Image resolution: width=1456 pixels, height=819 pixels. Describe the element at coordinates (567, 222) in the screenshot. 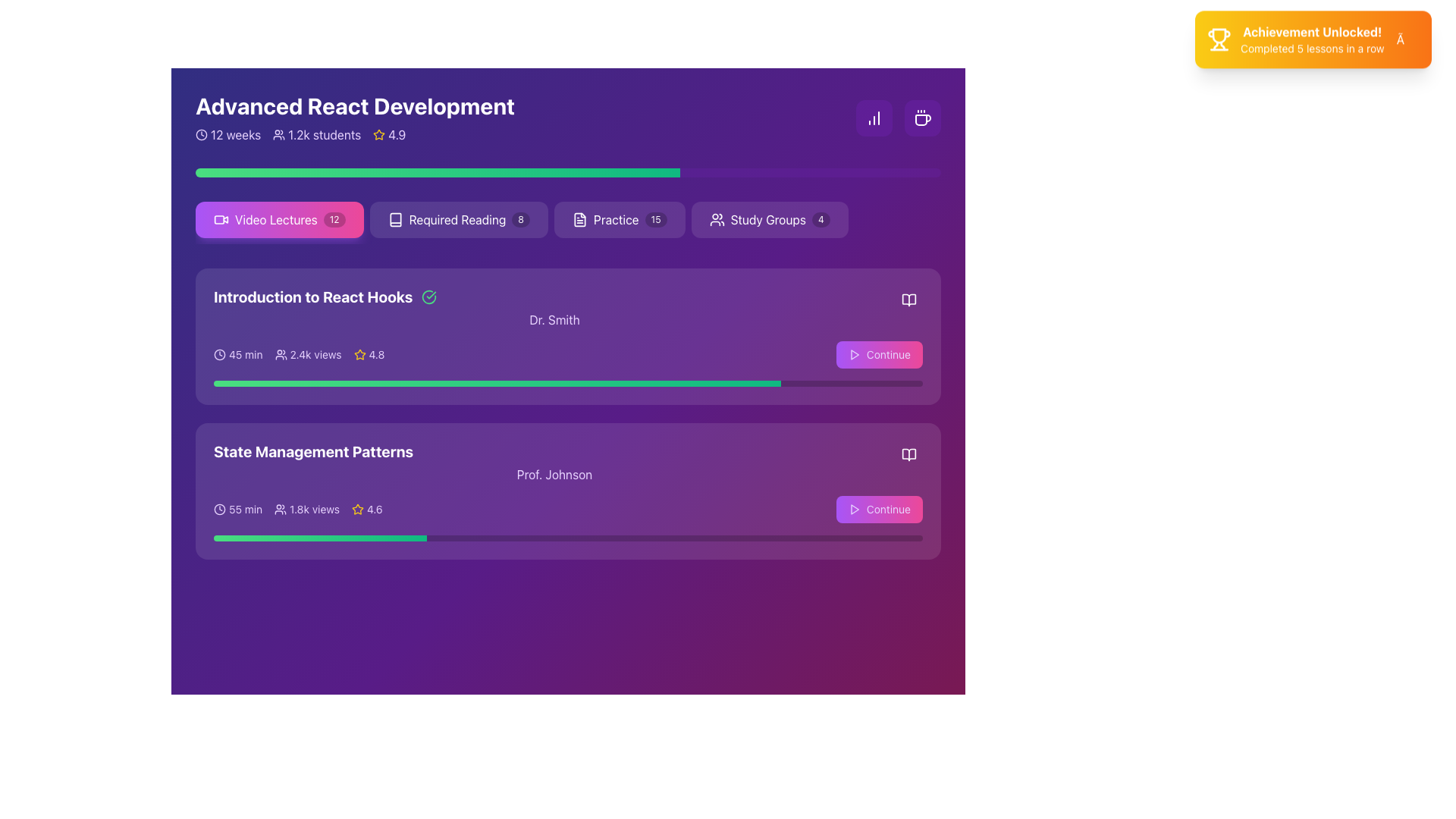

I see `the 'Video Lectures' navigation button` at that location.